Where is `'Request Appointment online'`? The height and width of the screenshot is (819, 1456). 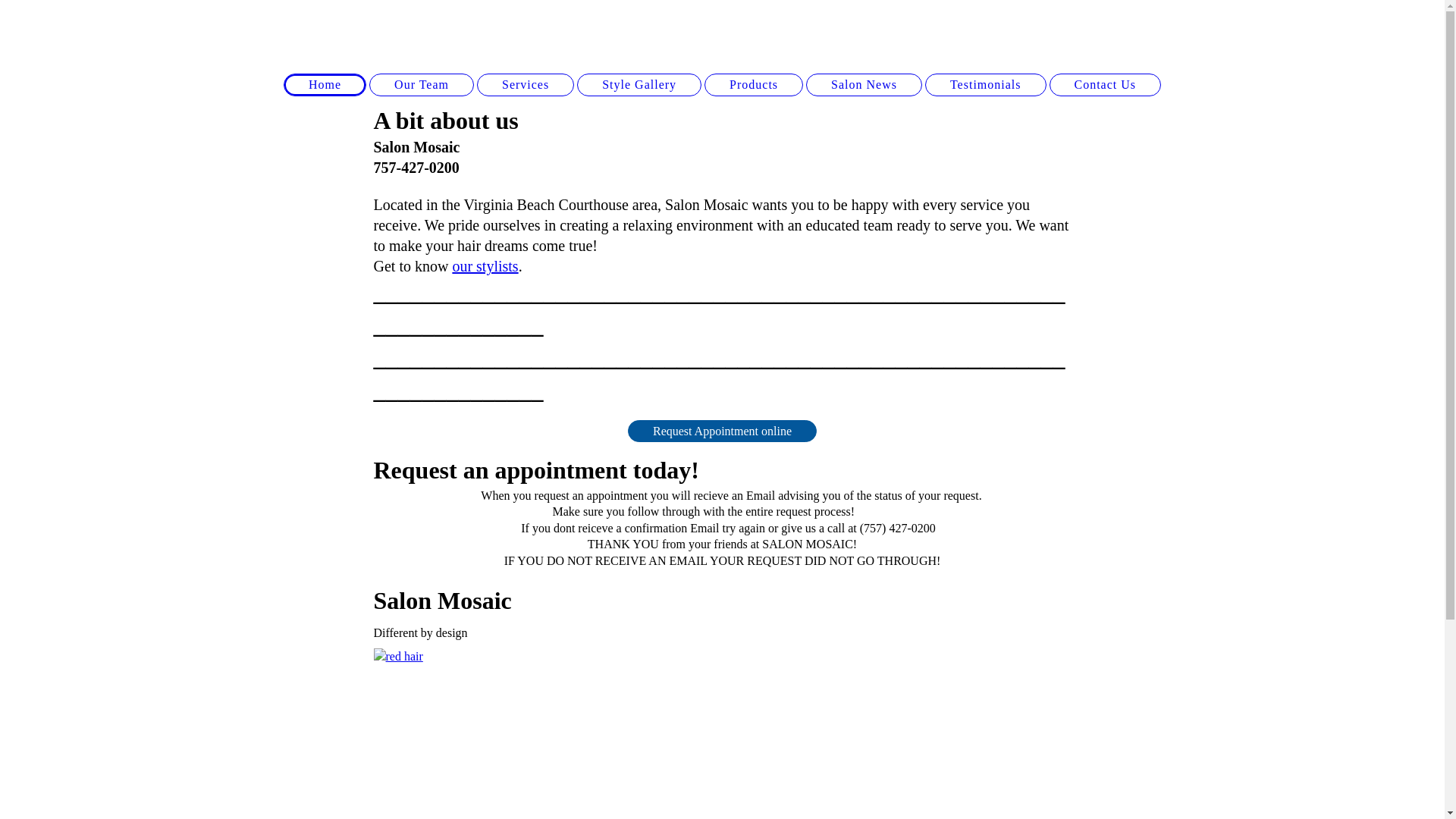 'Request Appointment online' is located at coordinates (721, 431).